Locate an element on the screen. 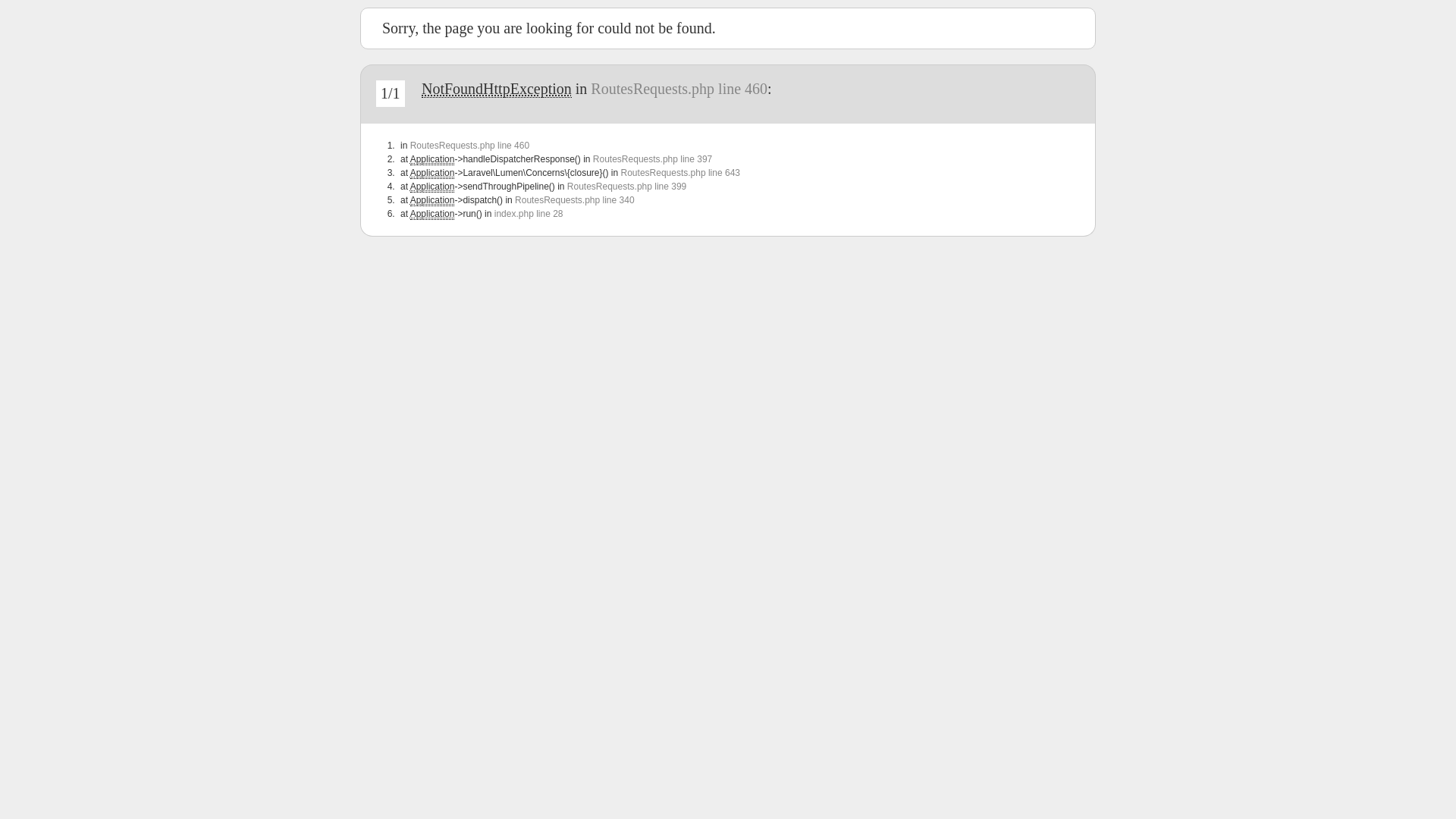 The image size is (1456, 819). 'RoutesRequests.php line 643' is located at coordinates (679, 171).